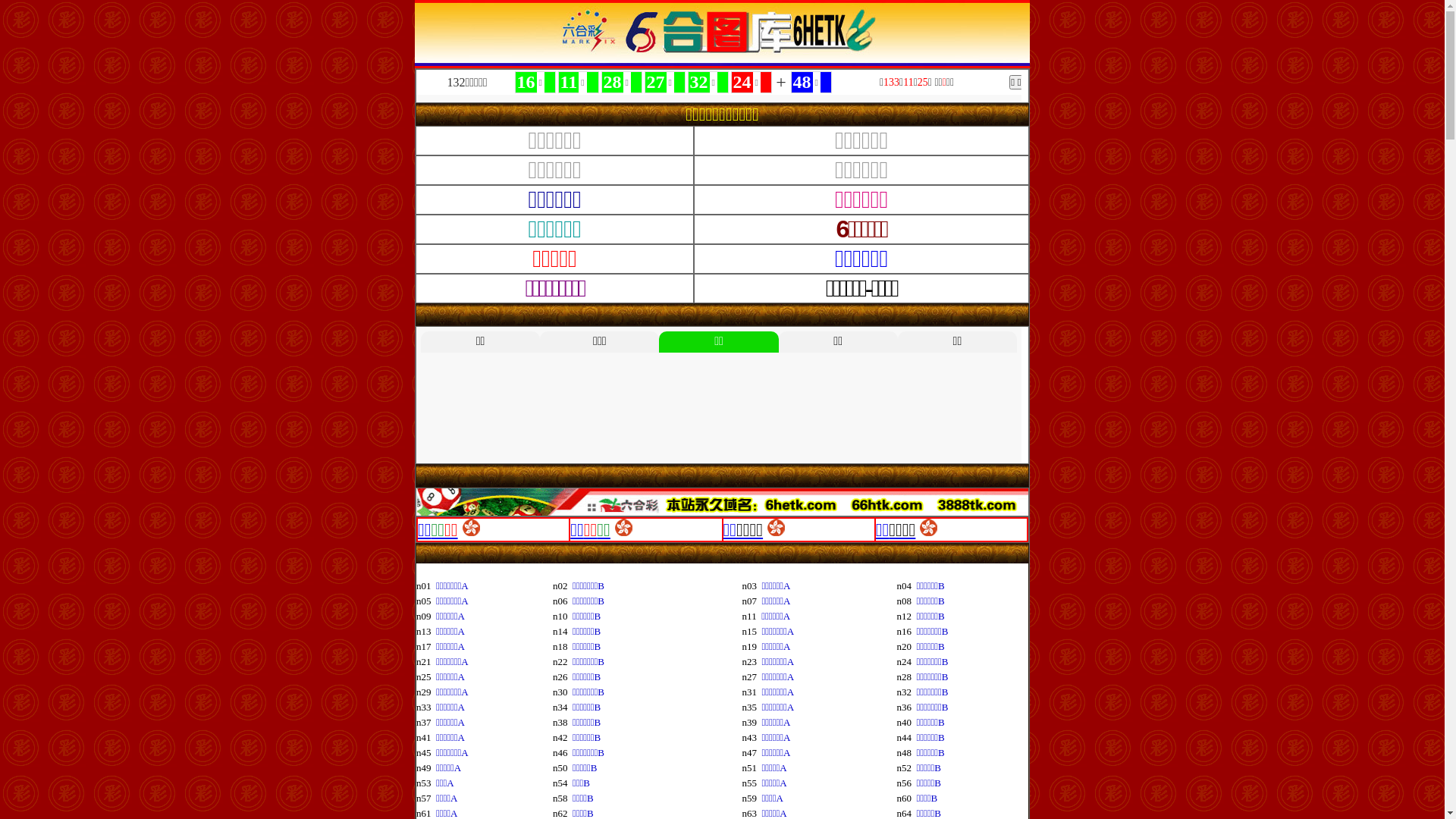  What do you see at coordinates (425, 752) in the screenshot?
I see `'n45 '` at bounding box center [425, 752].